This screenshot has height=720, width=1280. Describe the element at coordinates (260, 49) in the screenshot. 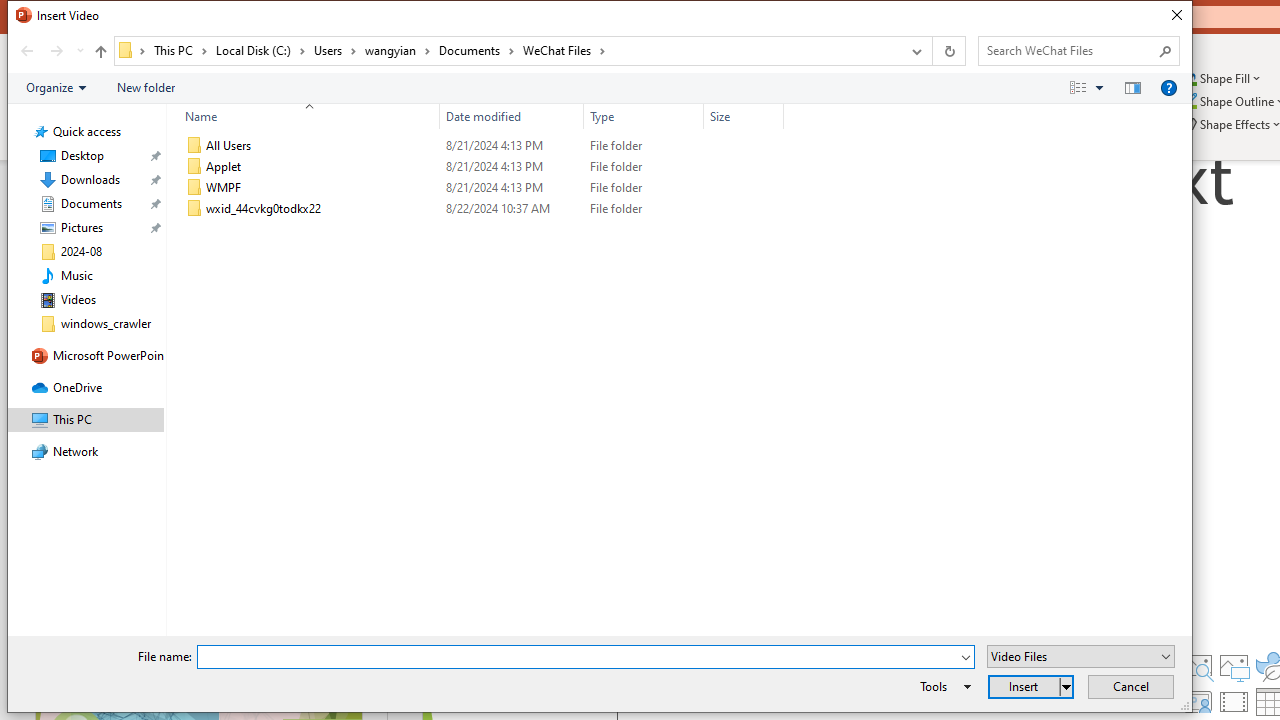

I see `'Local Disk (C:)'` at that location.